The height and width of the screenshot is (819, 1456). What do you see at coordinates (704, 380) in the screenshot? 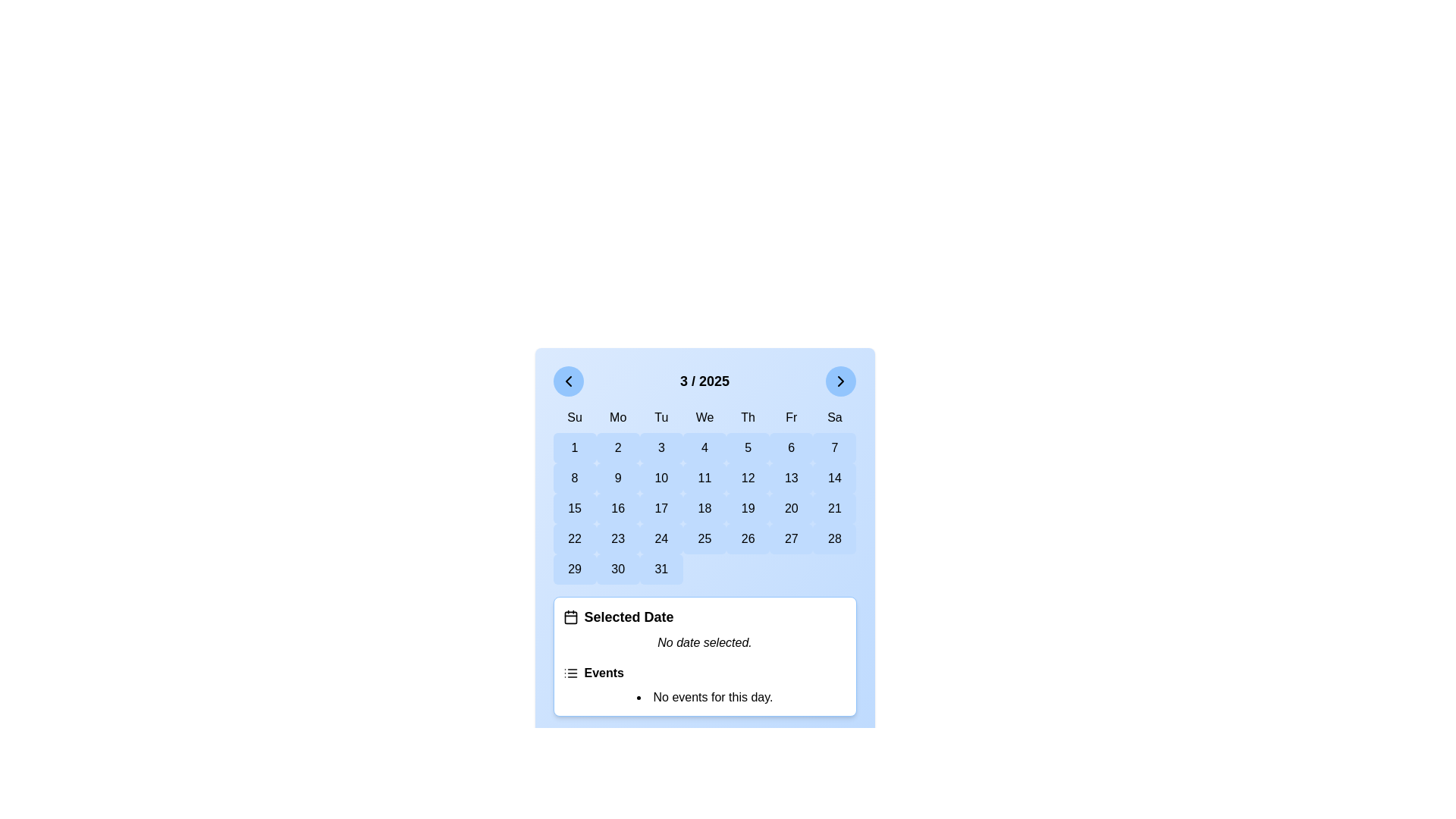
I see `the text display element that shows '3 / 2025' in bold, which is centered in the calendar UI header` at bounding box center [704, 380].